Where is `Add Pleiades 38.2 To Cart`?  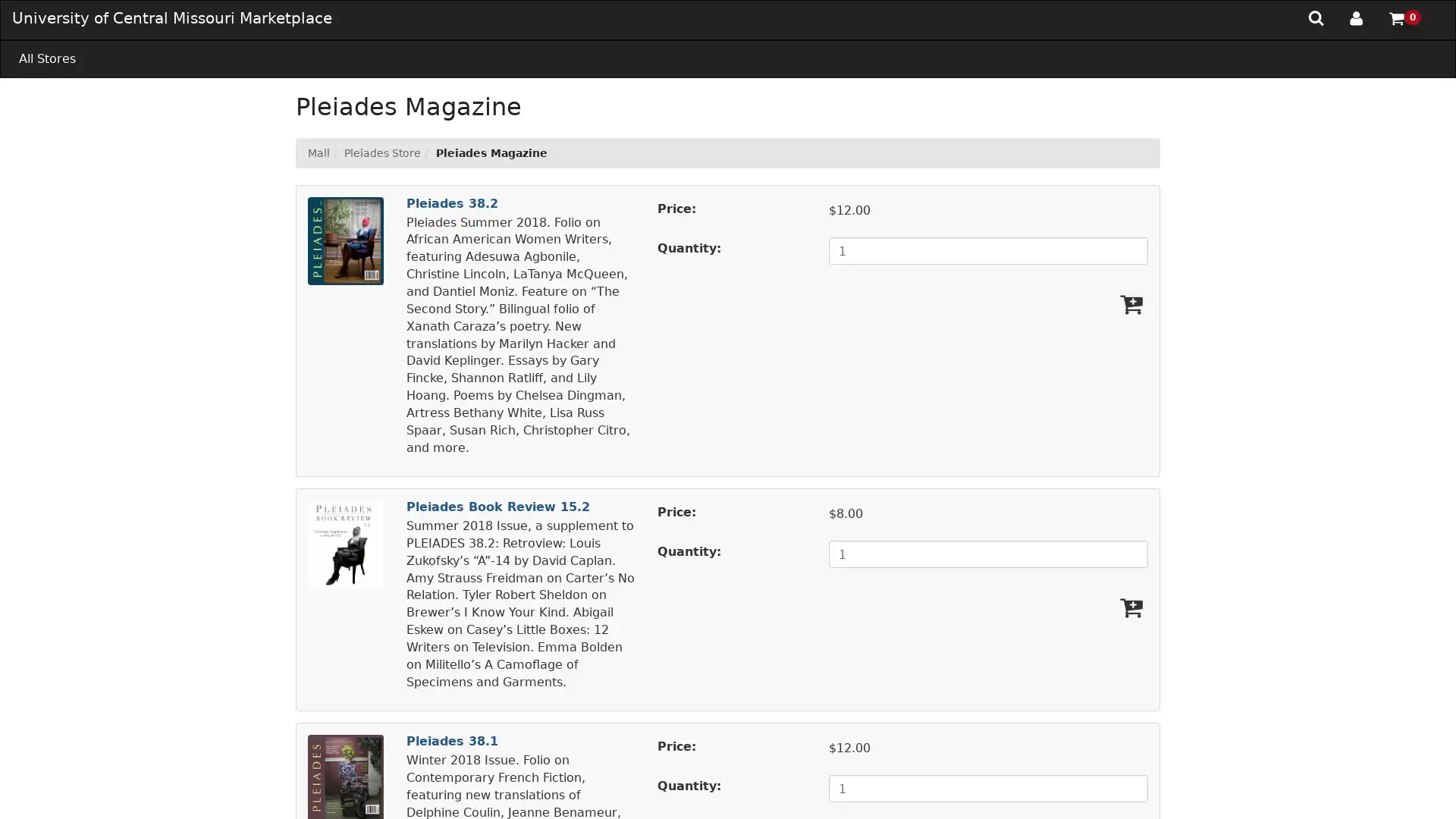
Add Pleiades 38.2 To Cart is located at coordinates (1131, 306).